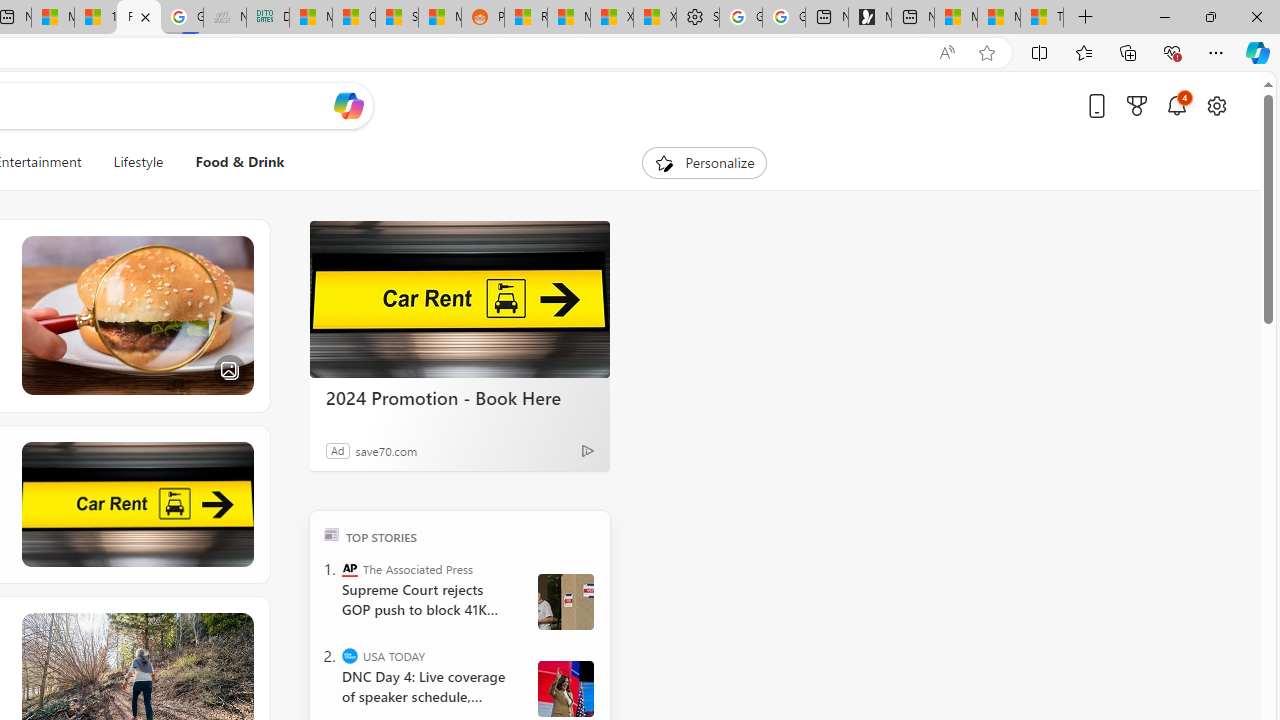 The width and height of the screenshot is (1280, 720). What do you see at coordinates (386, 450) in the screenshot?
I see `'save70.com'` at bounding box center [386, 450].